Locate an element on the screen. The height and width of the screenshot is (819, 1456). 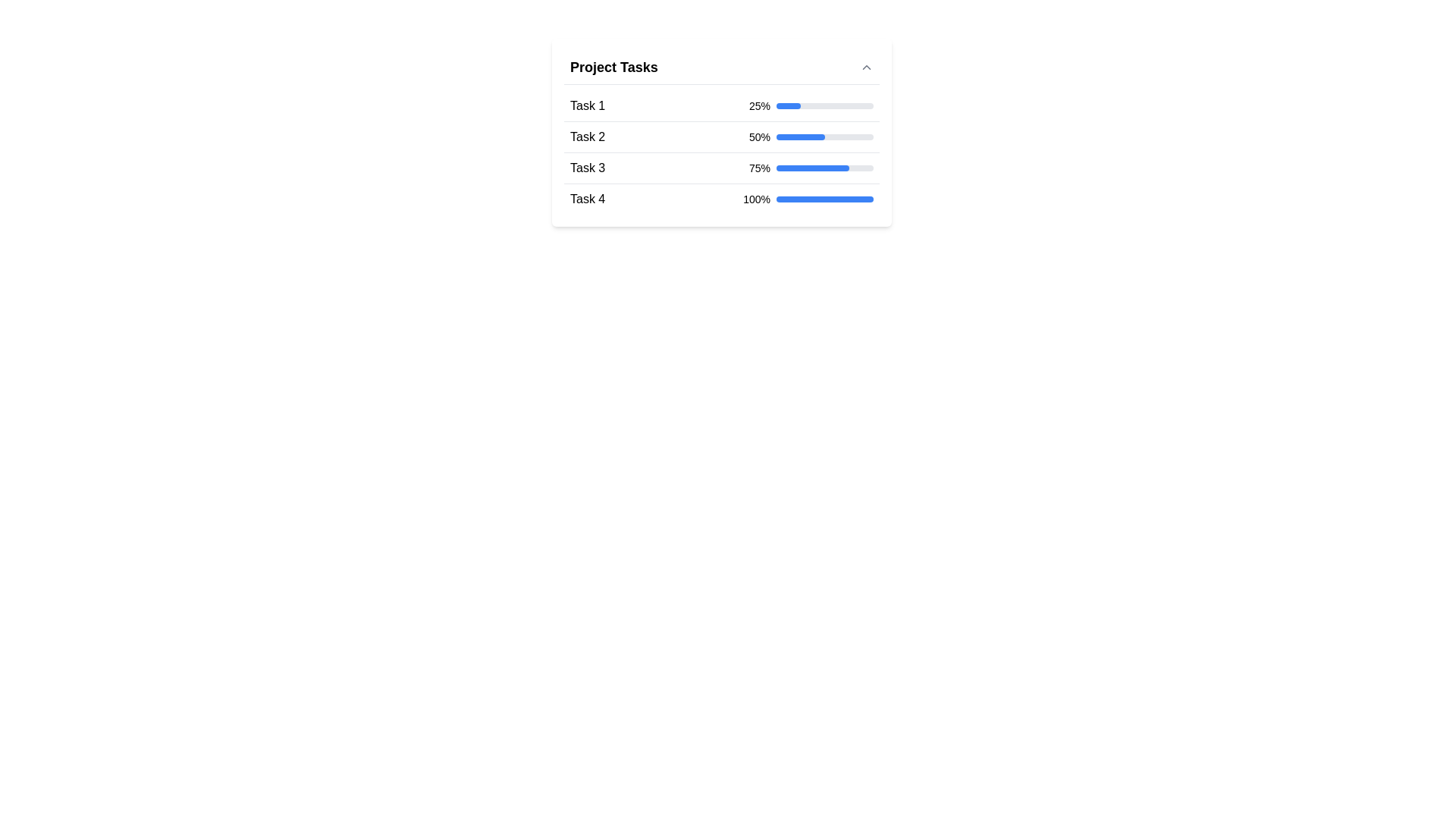
the text label displaying '75%' which indicates the progress of Task 3 in the third row of the task list is located at coordinates (760, 168).